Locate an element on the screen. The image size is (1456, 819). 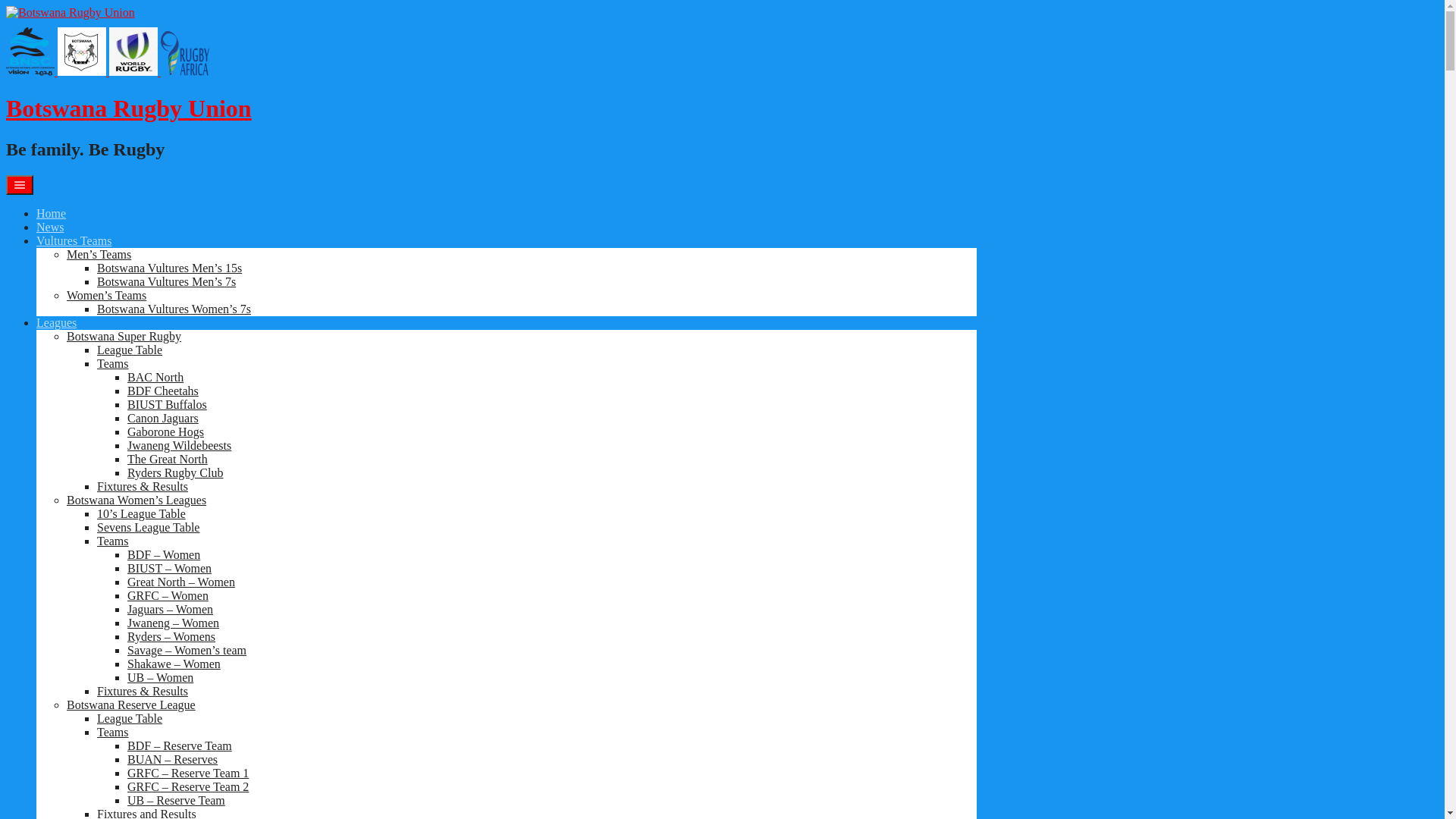
'BDF Cheetahs' is located at coordinates (163, 390).